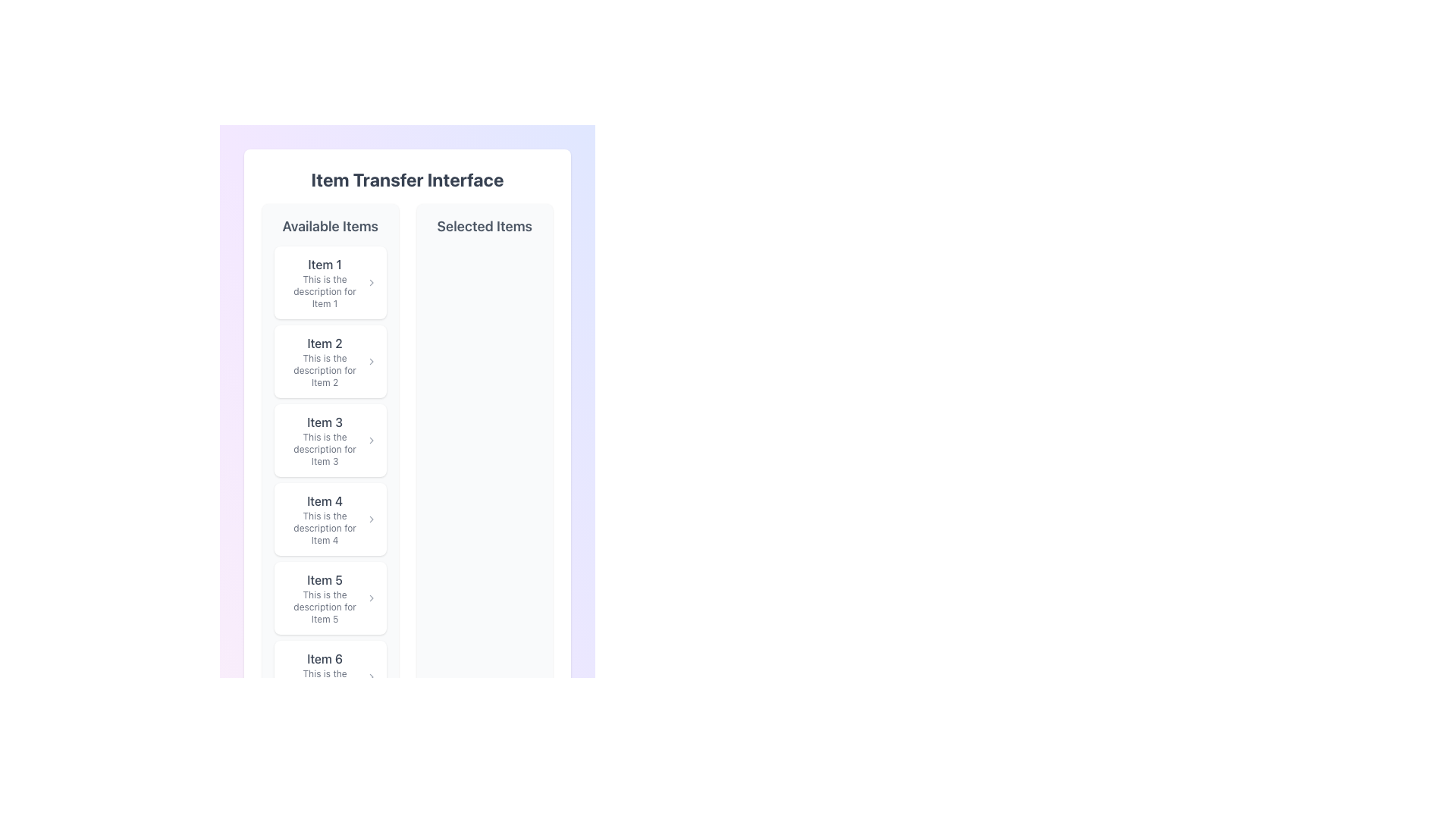  I want to click on text label 'Selected Items' which is styled as a header in a larger, bold font and located at the top-right section of the interface, so click(484, 227).